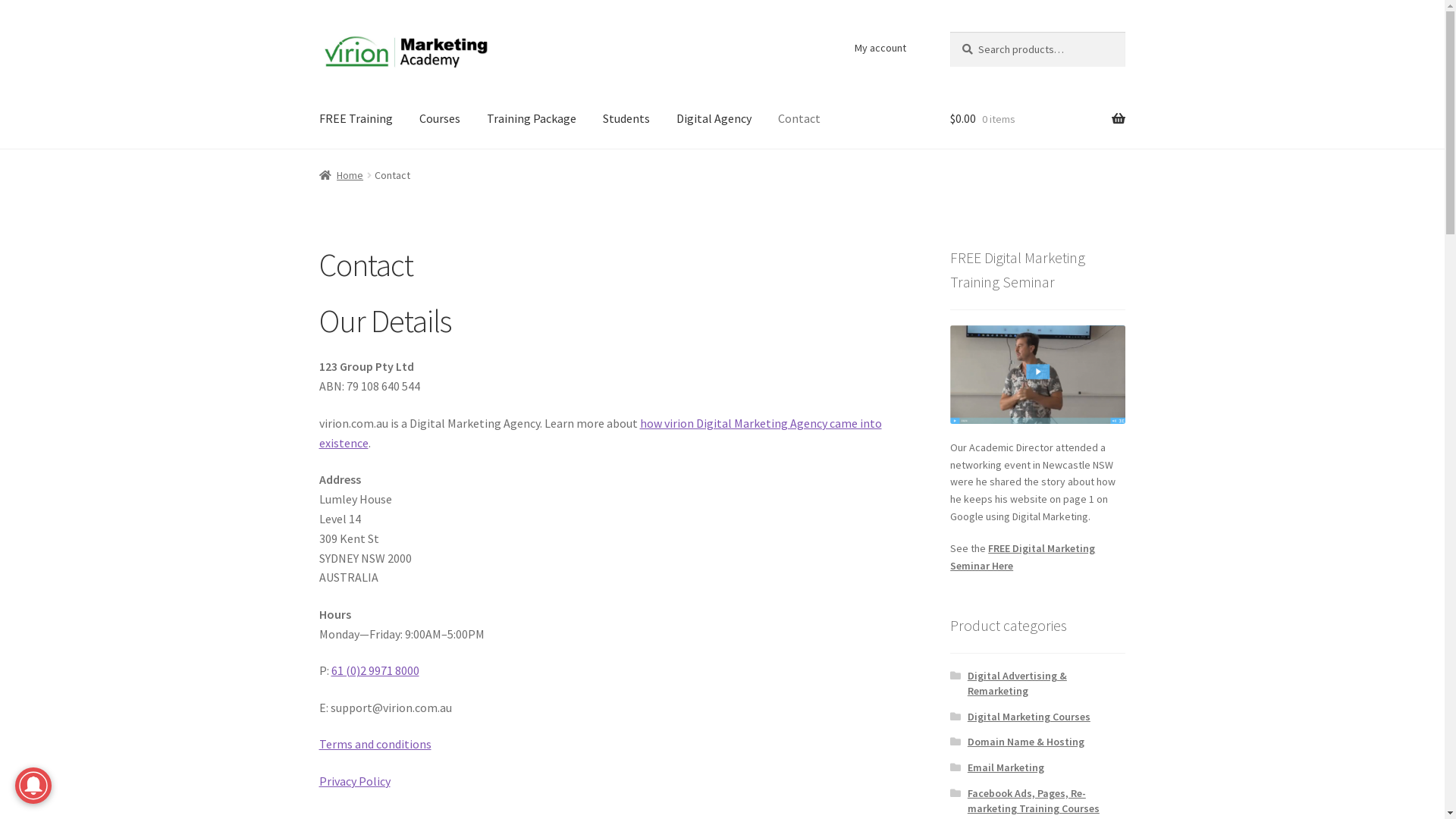 This screenshot has width=1456, height=819. I want to click on 'Digital Marketing Courses', so click(1029, 717).